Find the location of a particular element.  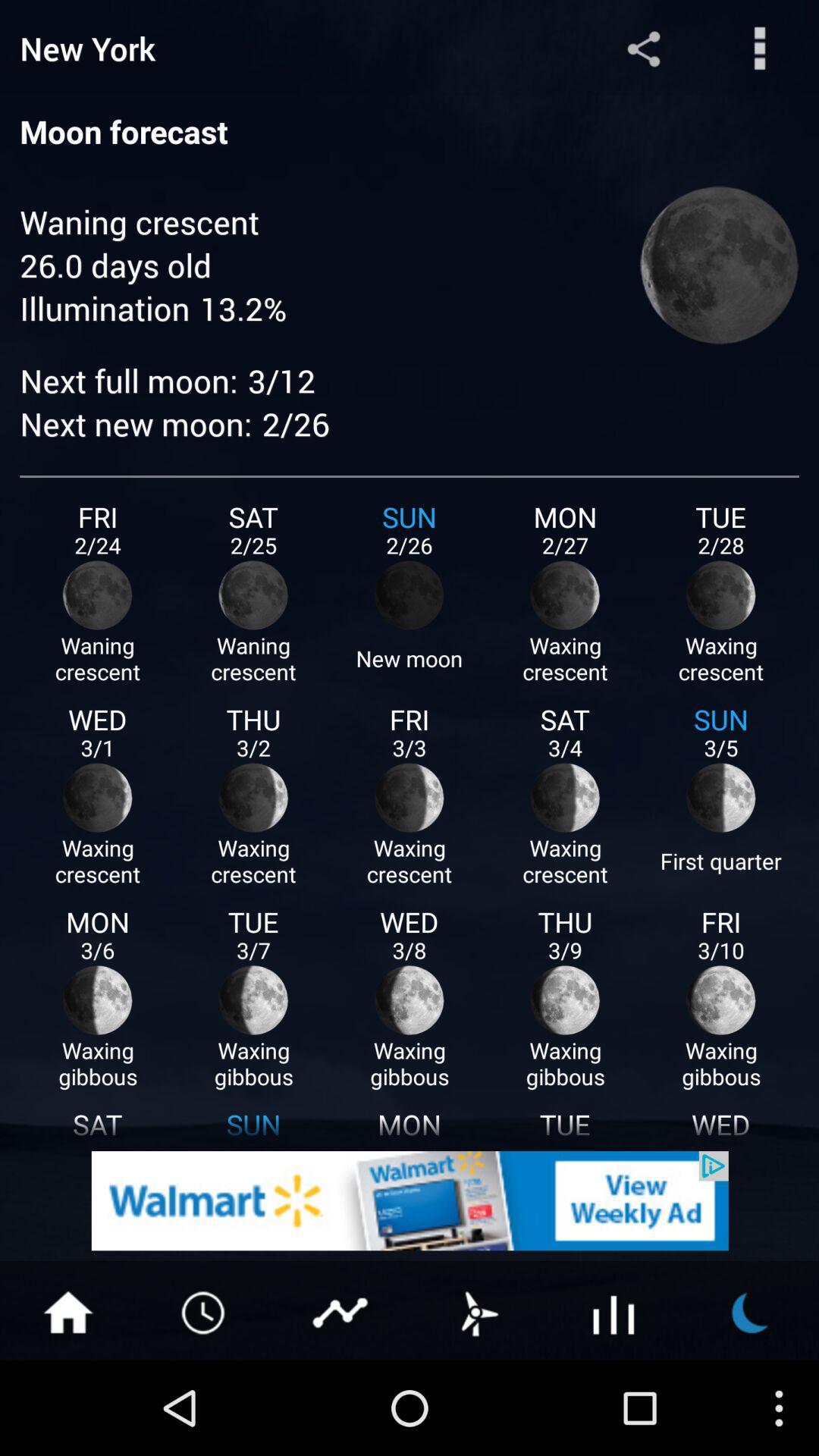

switch to forecast option is located at coordinates (476, 1310).